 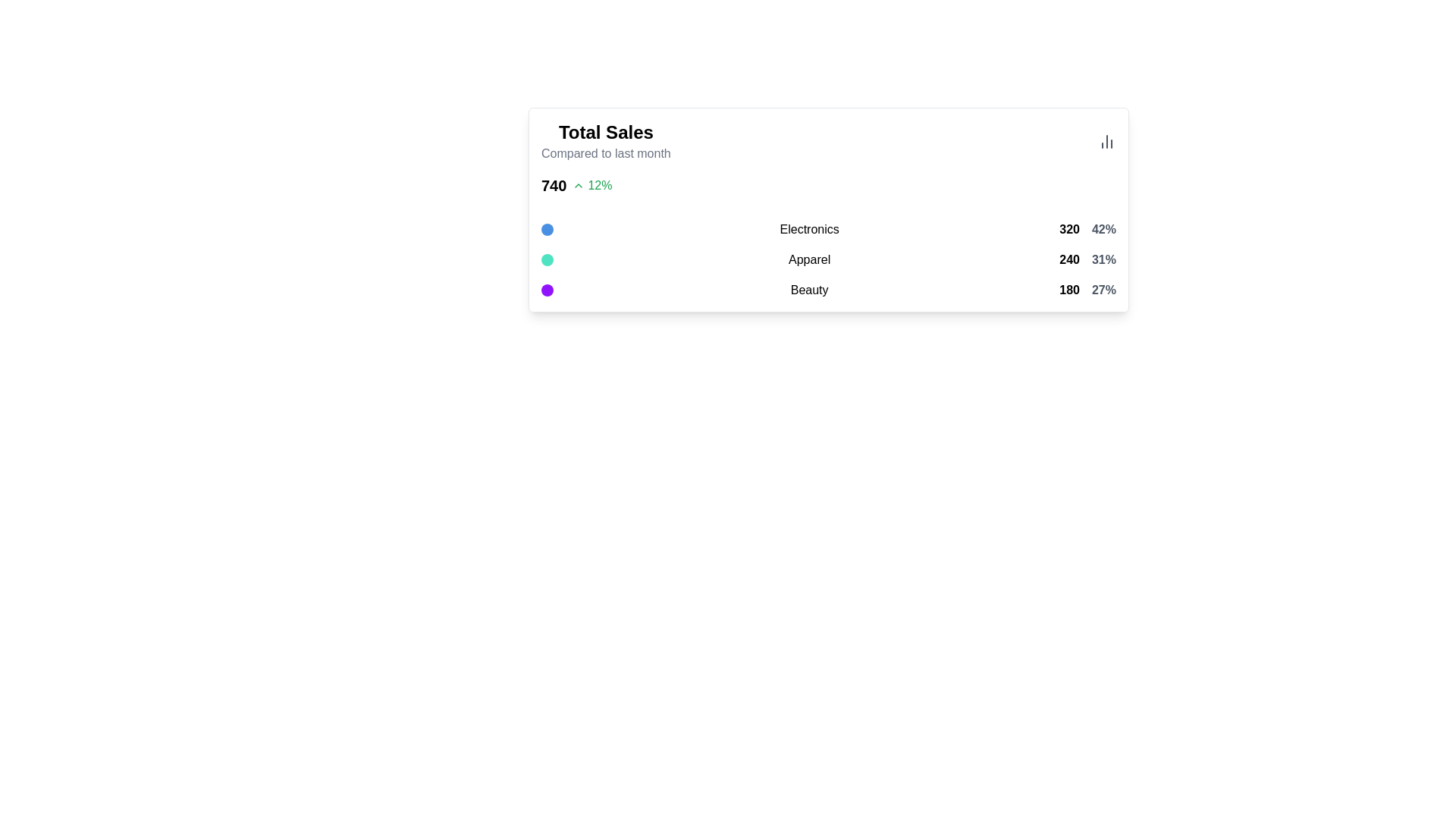 What do you see at coordinates (828, 259) in the screenshot?
I see `the displayed data in the vertically stacked textual data display with colored circles indicating categories and statistics on the right, located below the 'Total Sales' header` at bounding box center [828, 259].